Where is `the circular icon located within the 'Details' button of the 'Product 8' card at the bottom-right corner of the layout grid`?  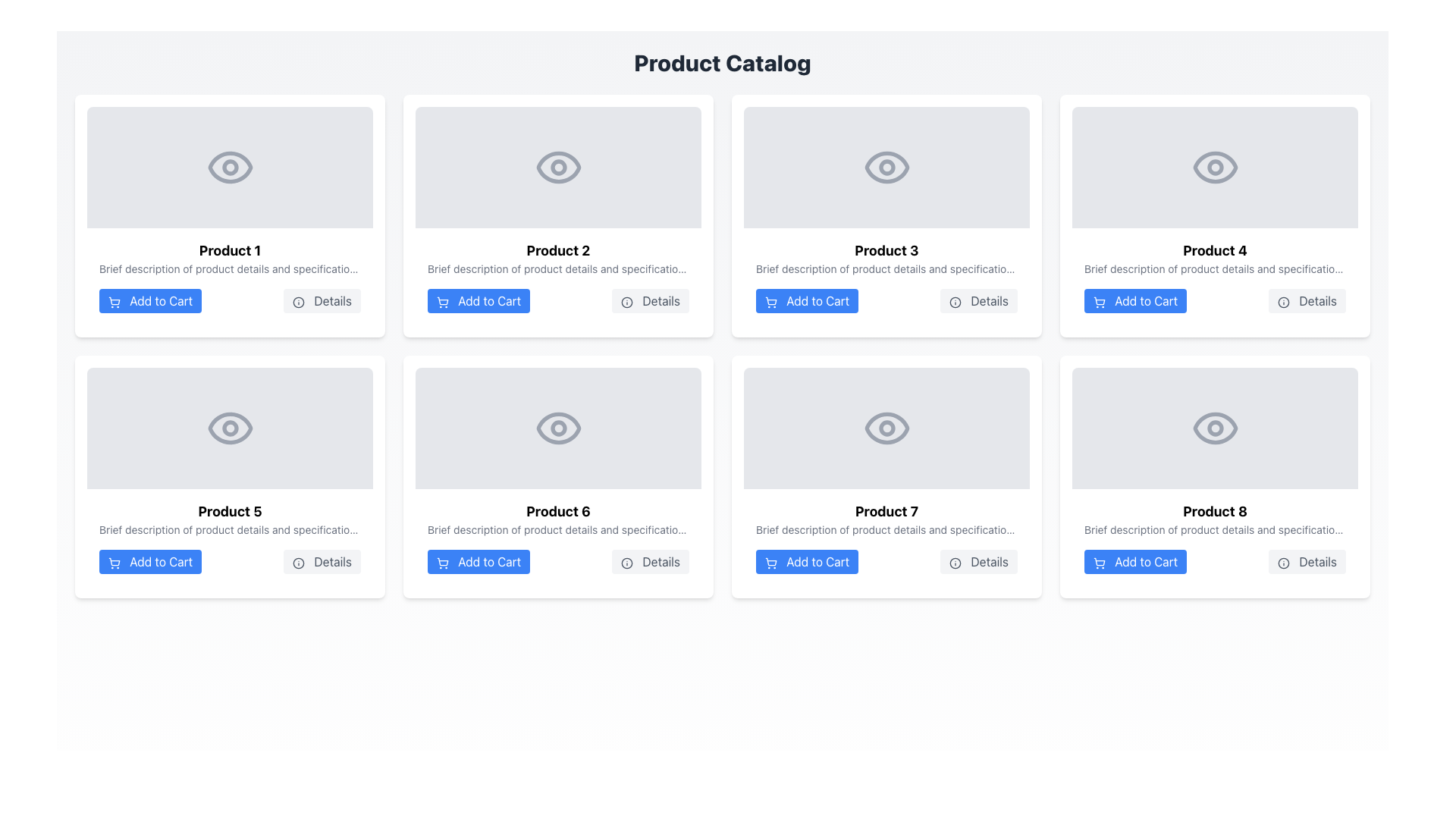
the circular icon located within the 'Details' button of the 'Product 8' card at the bottom-right corner of the layout grid is located at coordinates (1283, 563).